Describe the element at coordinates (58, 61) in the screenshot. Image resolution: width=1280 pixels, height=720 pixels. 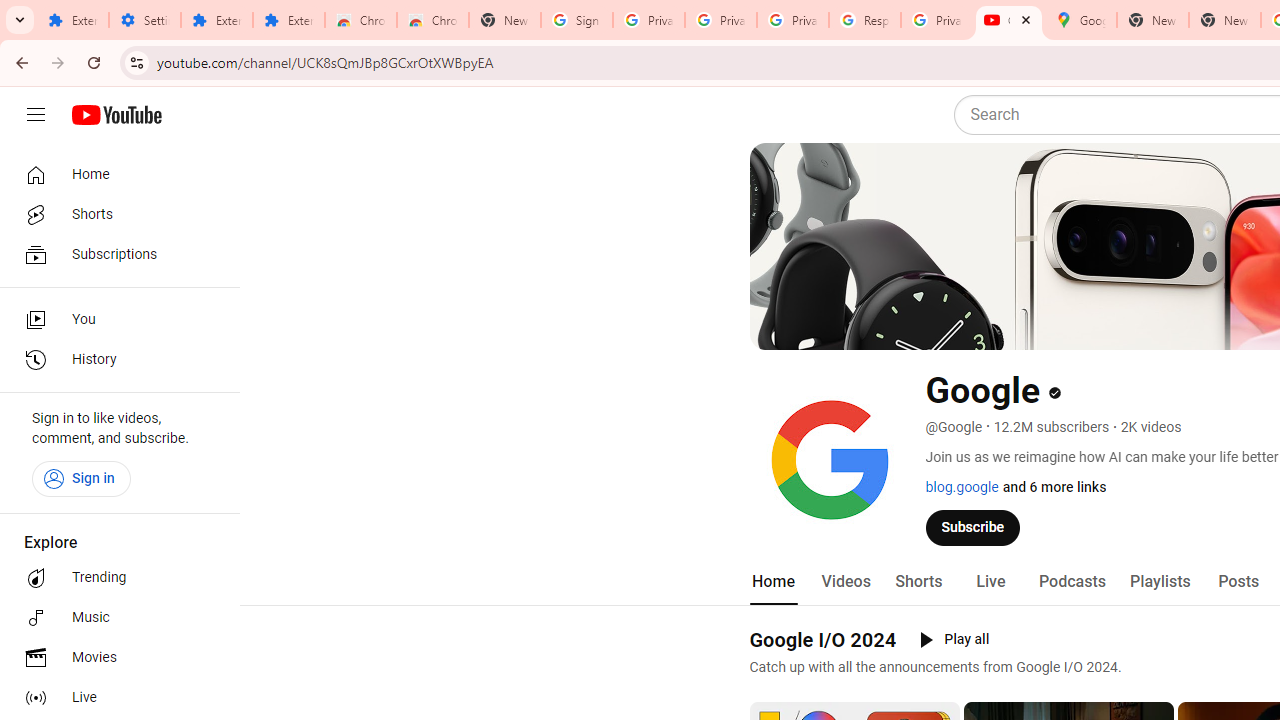
I see `'Forward'` at that location.